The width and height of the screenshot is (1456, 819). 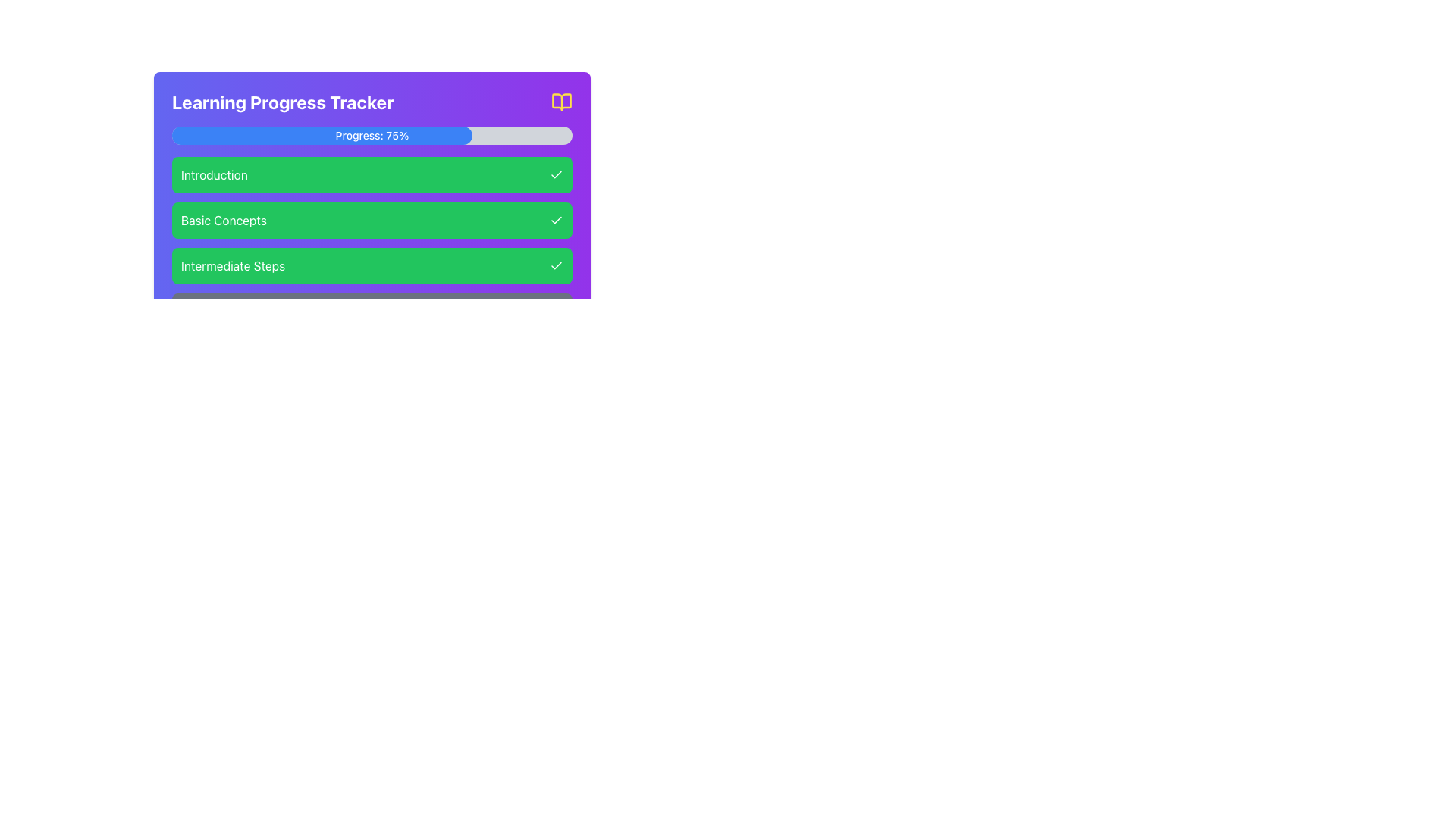 What do you see at coordinates (556, 220) in the screenshot?
I see `the small checkmark icon within a green circular background, located at the right-hand side of the rectangular green box labeled 'Basic Concepts'` at bounding box center [556, 220].